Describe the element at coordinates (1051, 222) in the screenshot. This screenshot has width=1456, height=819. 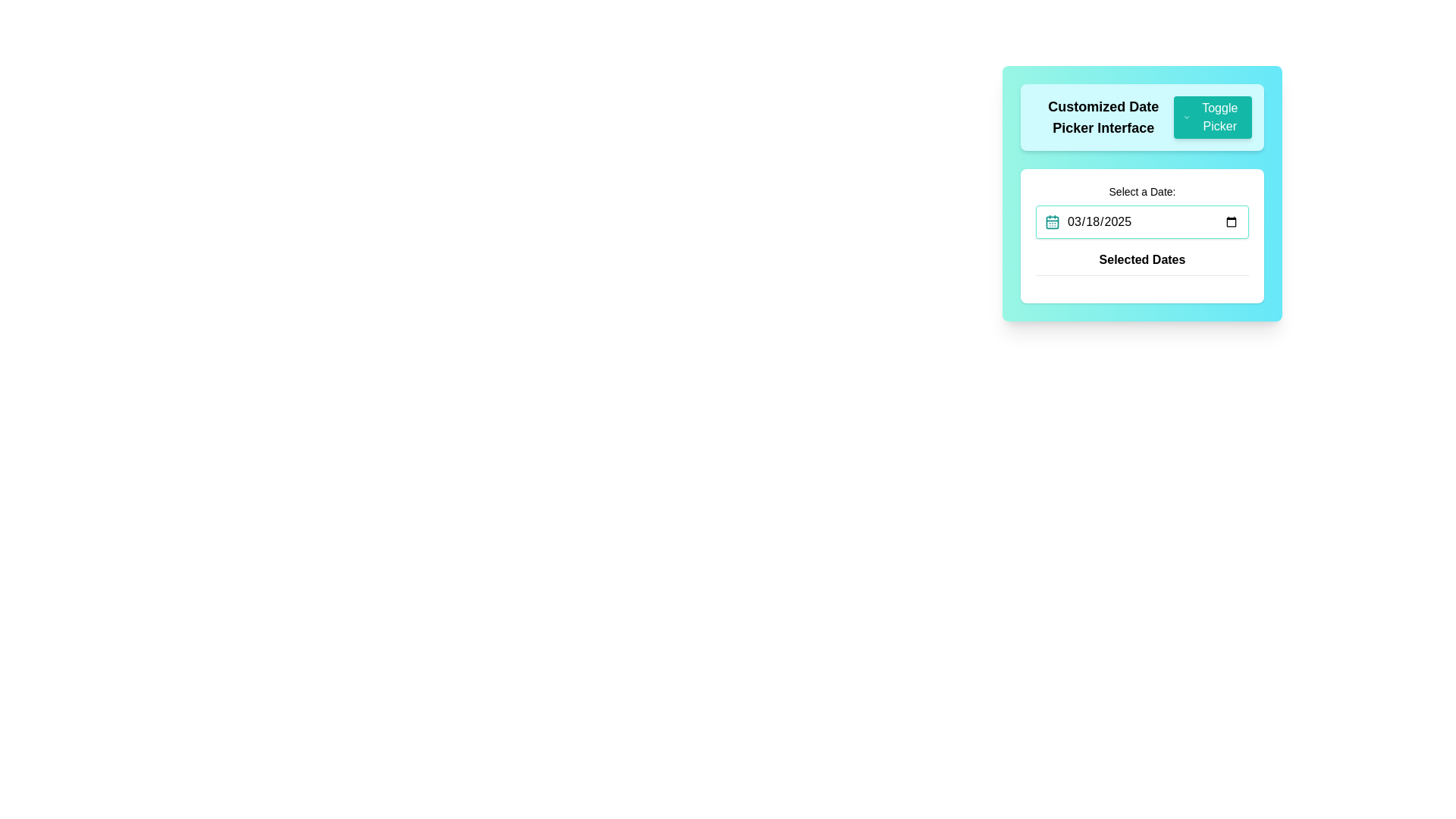
I see `the teal calendar icon located to the left inside the input field of the date picker component, below the title 'Select a Date:'` at that location.